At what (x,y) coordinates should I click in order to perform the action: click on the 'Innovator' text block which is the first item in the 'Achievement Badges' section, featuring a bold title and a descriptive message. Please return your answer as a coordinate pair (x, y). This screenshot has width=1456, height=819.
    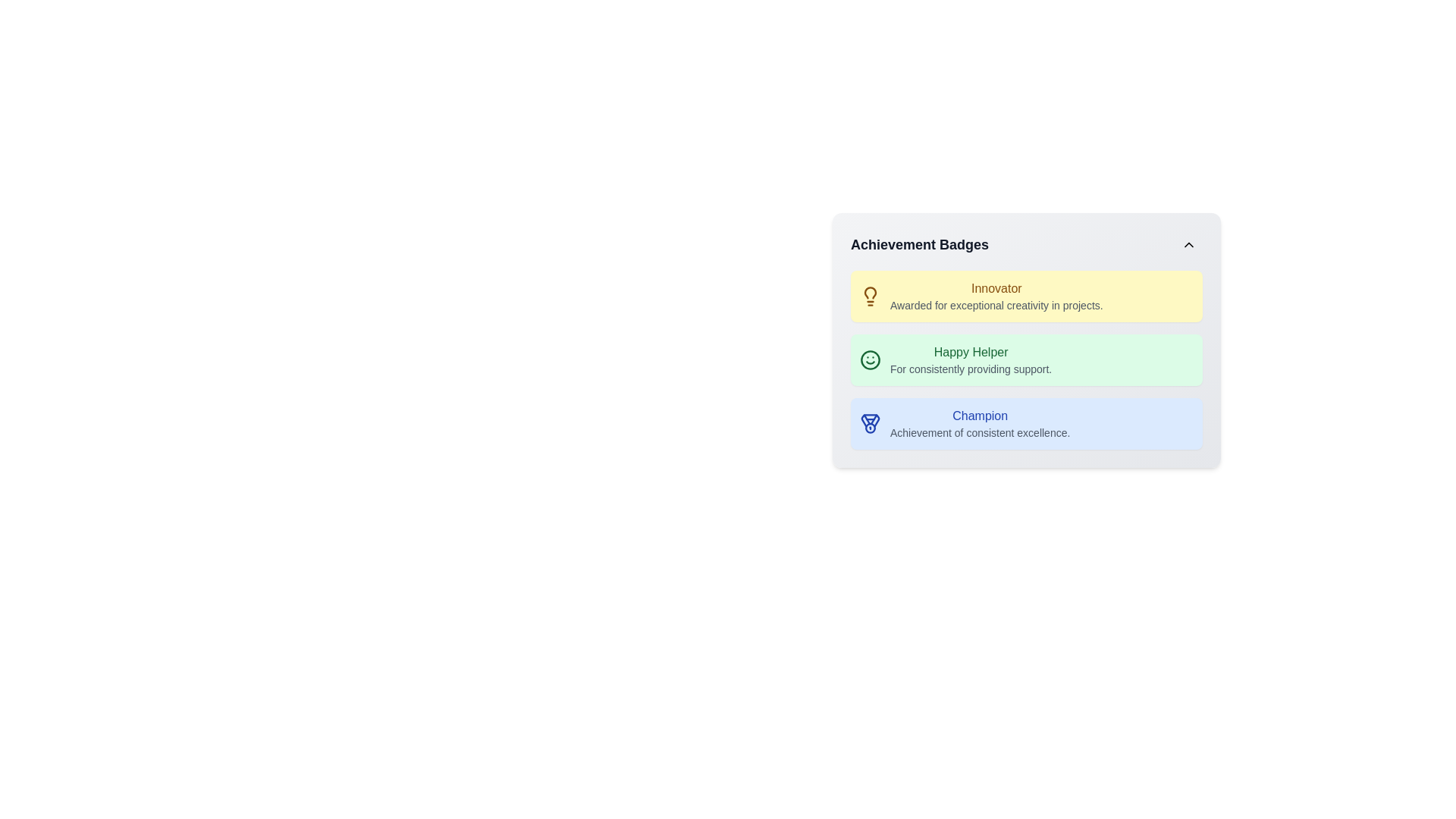
    Looking at the image, I should click on (996, 296).